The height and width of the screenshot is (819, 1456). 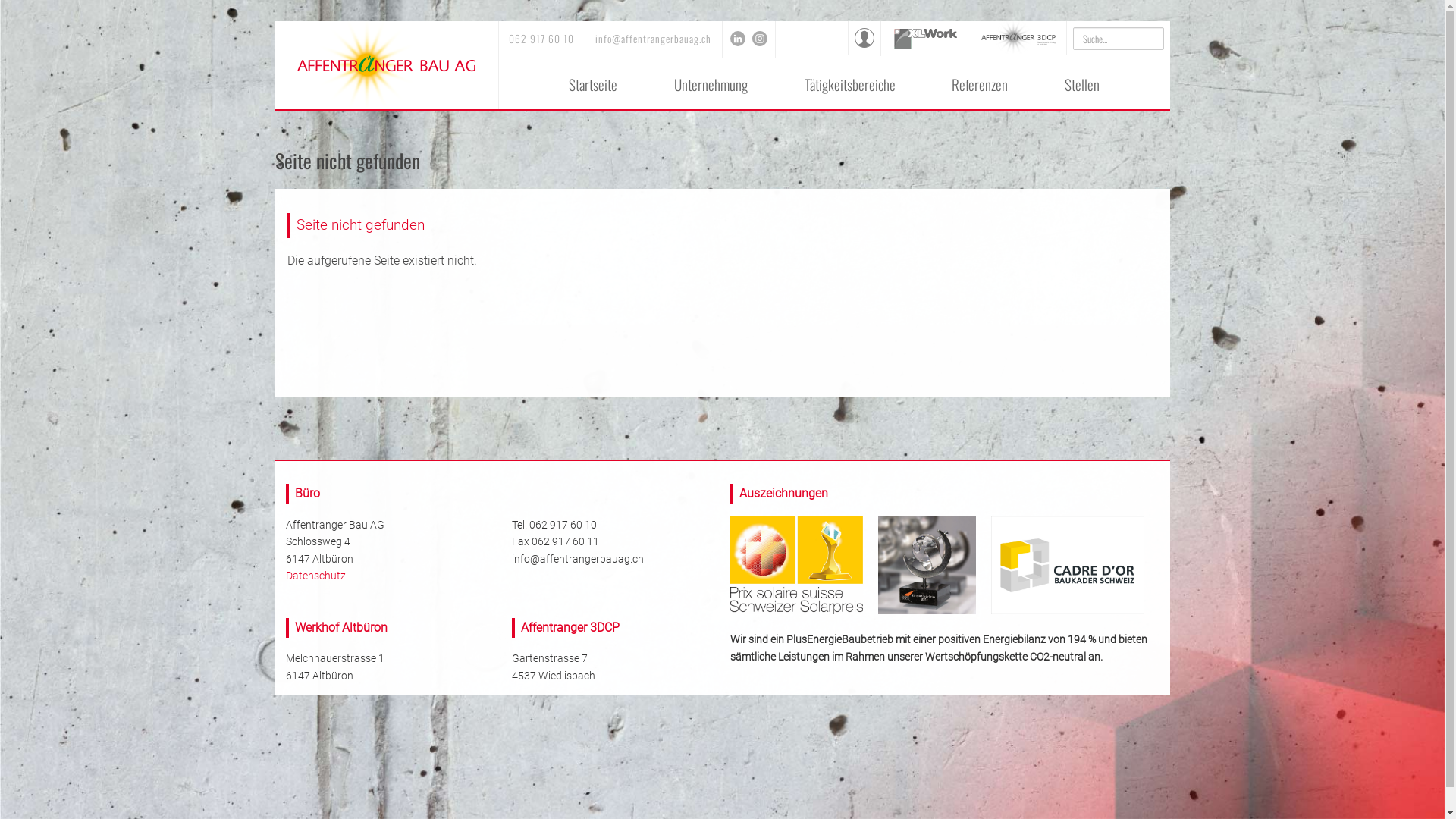 What do you see at coordinates (864, 42) in the screenshot?
I see `'Intranet'` at bounding box center [864, 42].